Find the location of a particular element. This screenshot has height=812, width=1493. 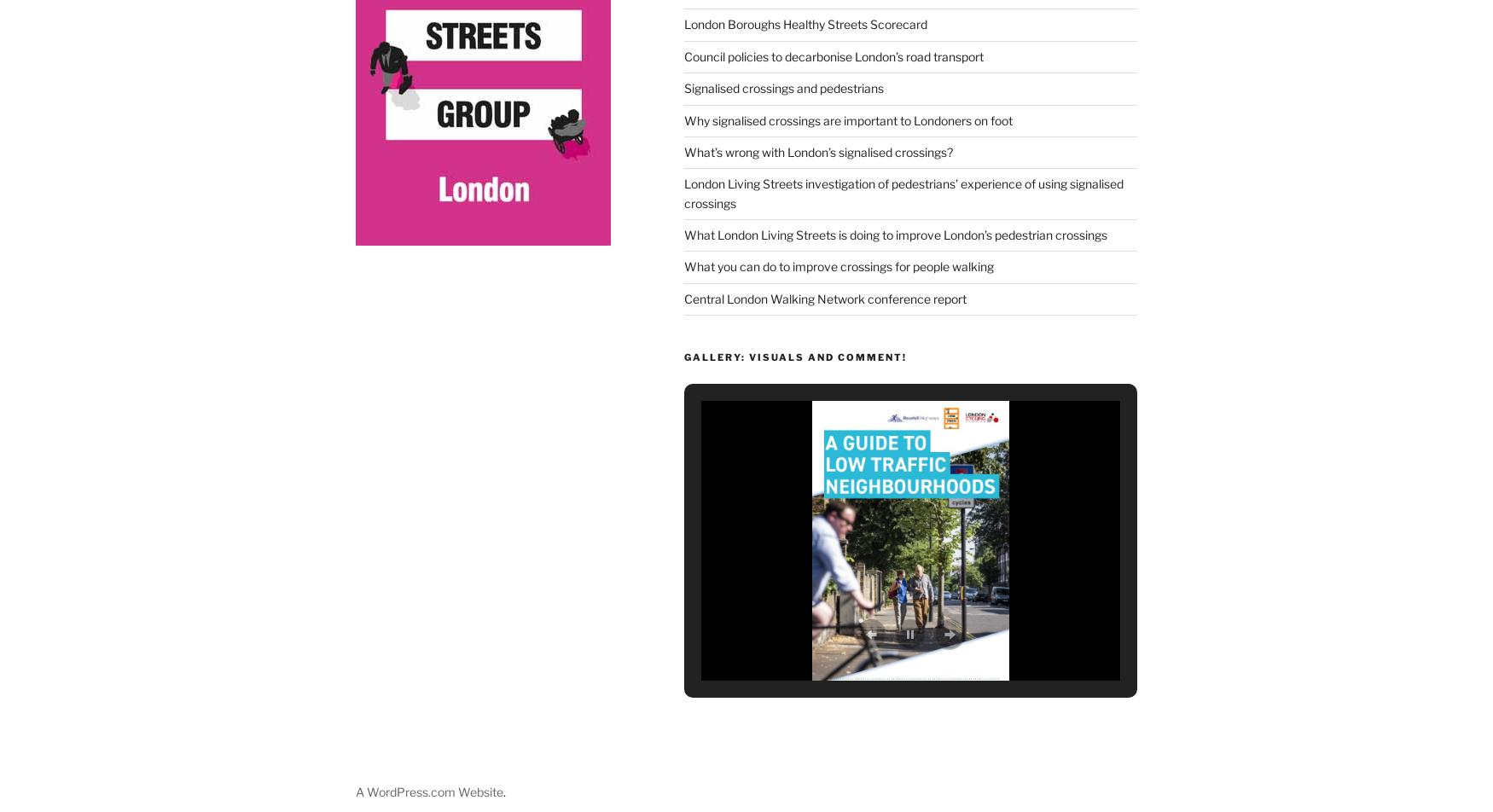

'London Living Streets investigation of pedestrians’ experience of using signalised crossings' is located at coordinates (902, 188).